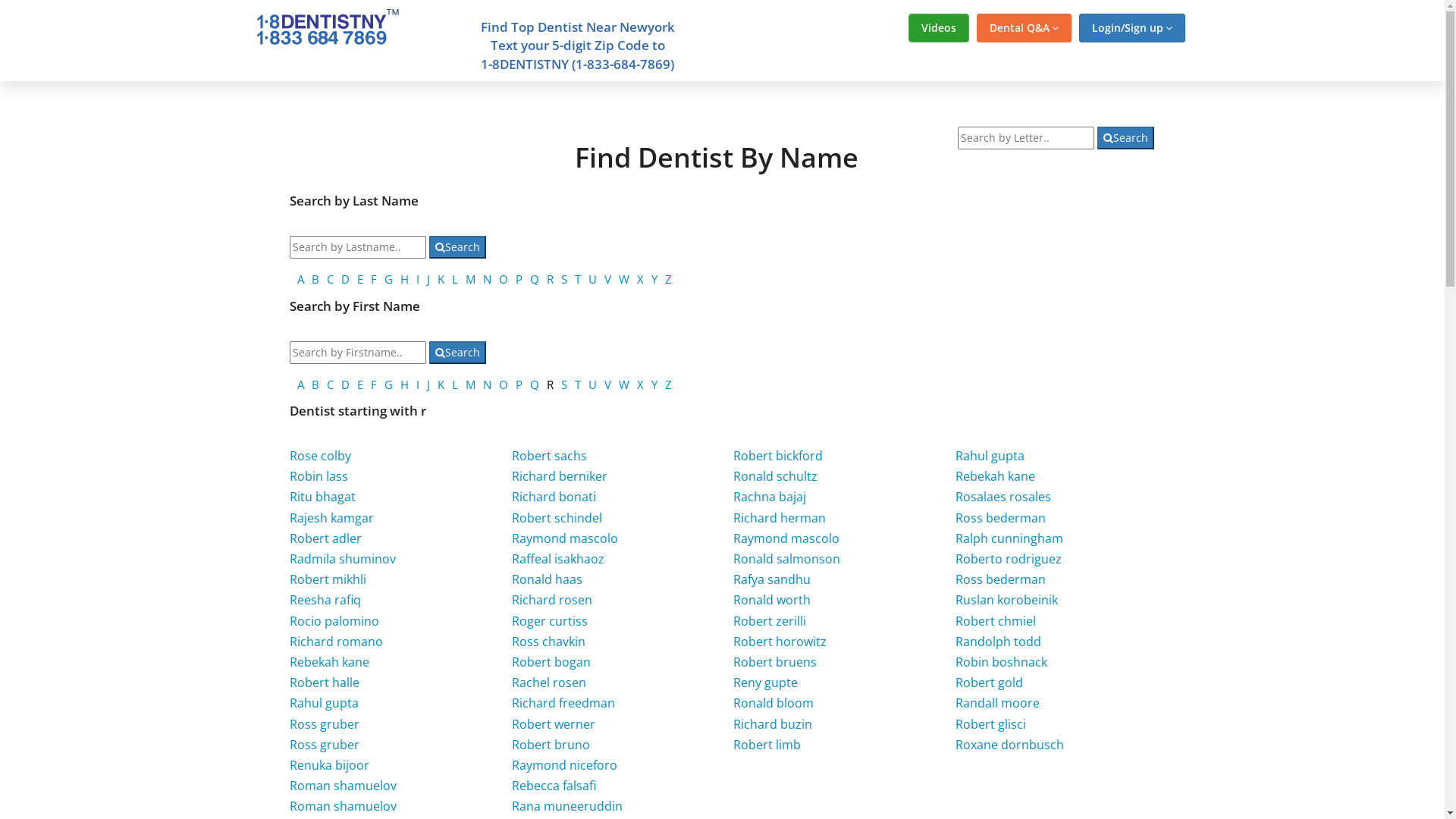 This screenshot has width=1456, height=819. I want to click on 'Richard bonati', so click(553, 497).